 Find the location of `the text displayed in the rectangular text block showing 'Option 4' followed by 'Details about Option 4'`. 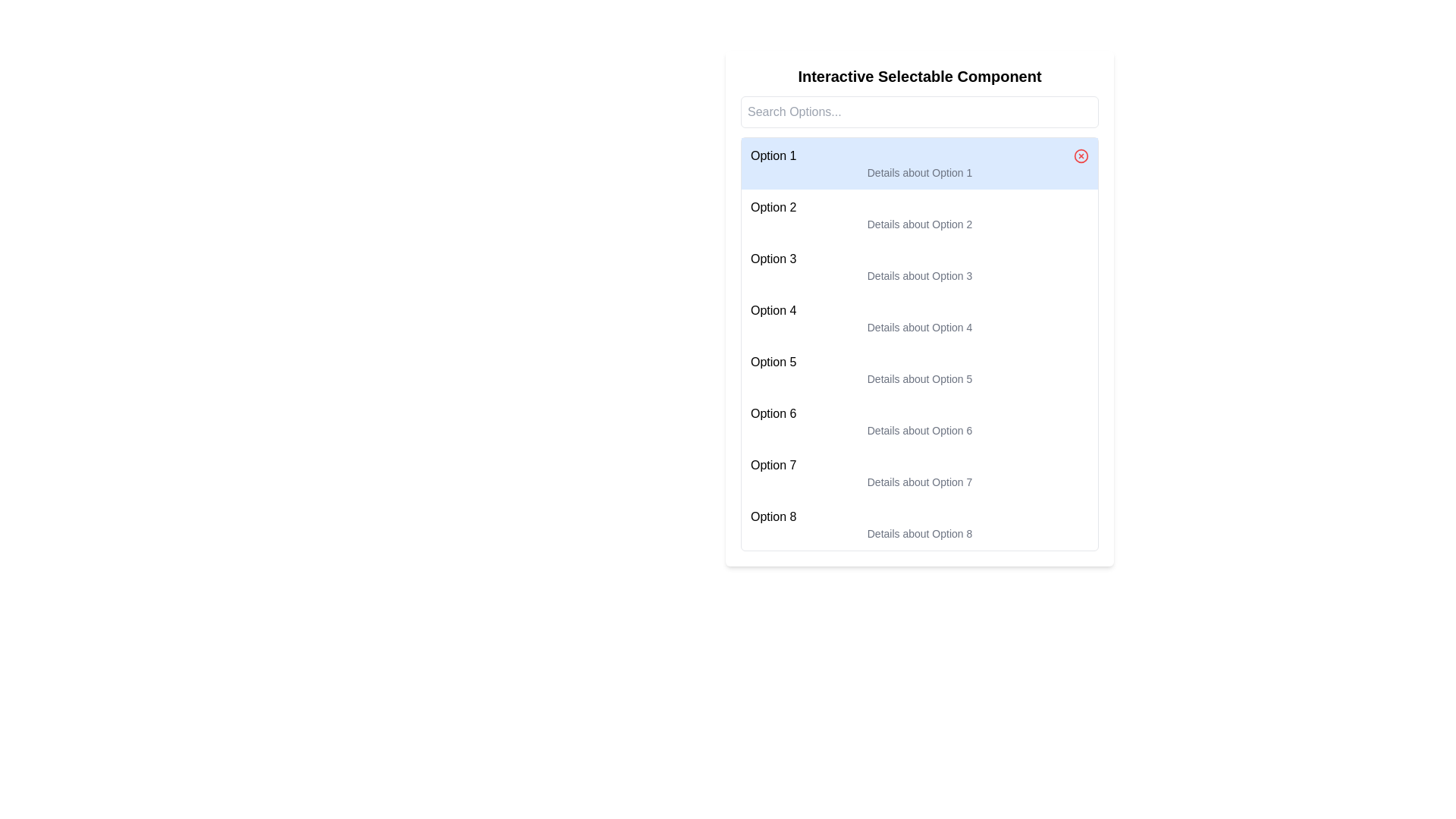

the text displayed in the rectangular text block showing 'Option 4' followed by 'Details about Option 4' is located at coordinates (919, 318).